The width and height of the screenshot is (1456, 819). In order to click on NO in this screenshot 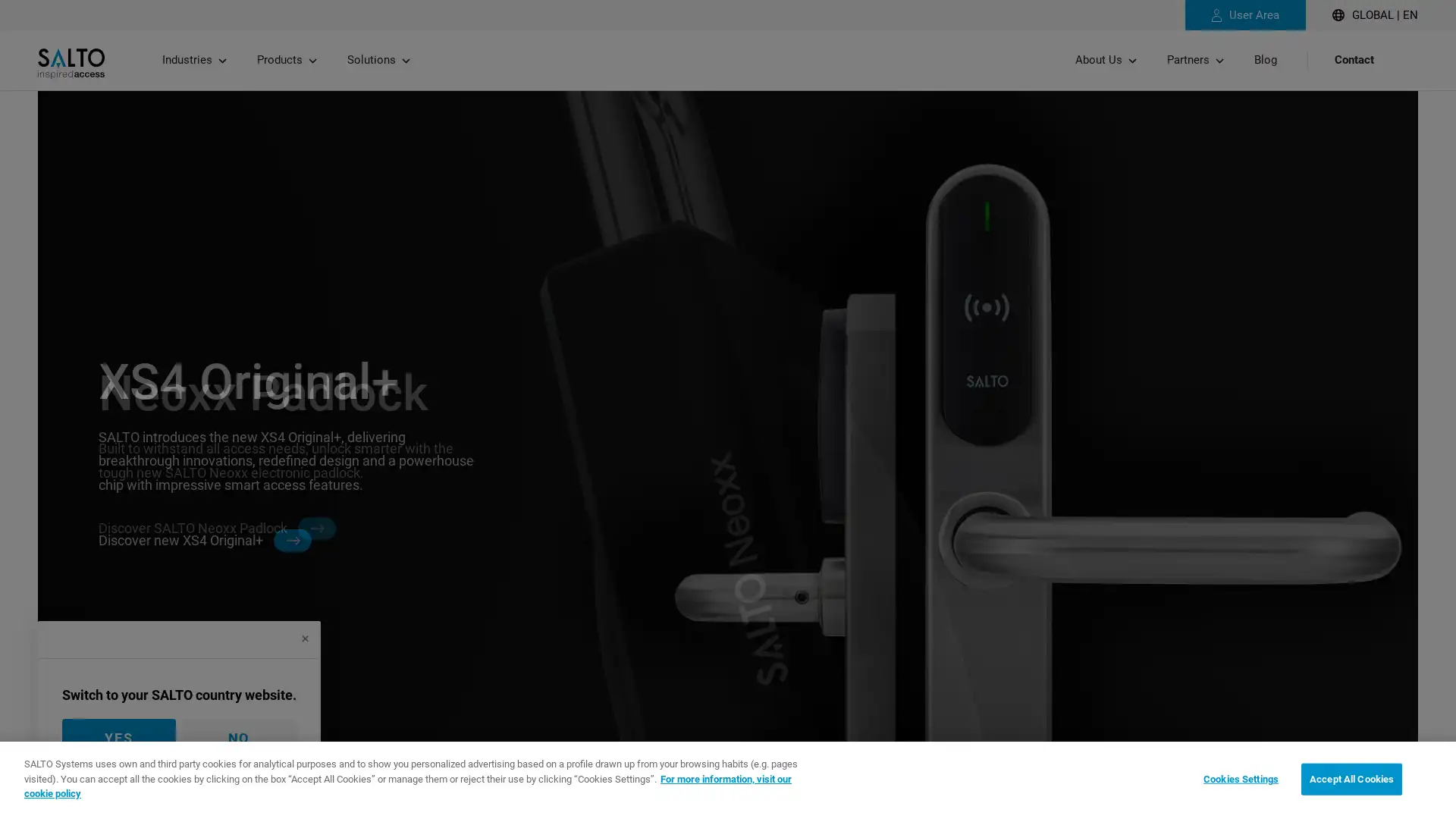, I will do `click(238, 736)`.